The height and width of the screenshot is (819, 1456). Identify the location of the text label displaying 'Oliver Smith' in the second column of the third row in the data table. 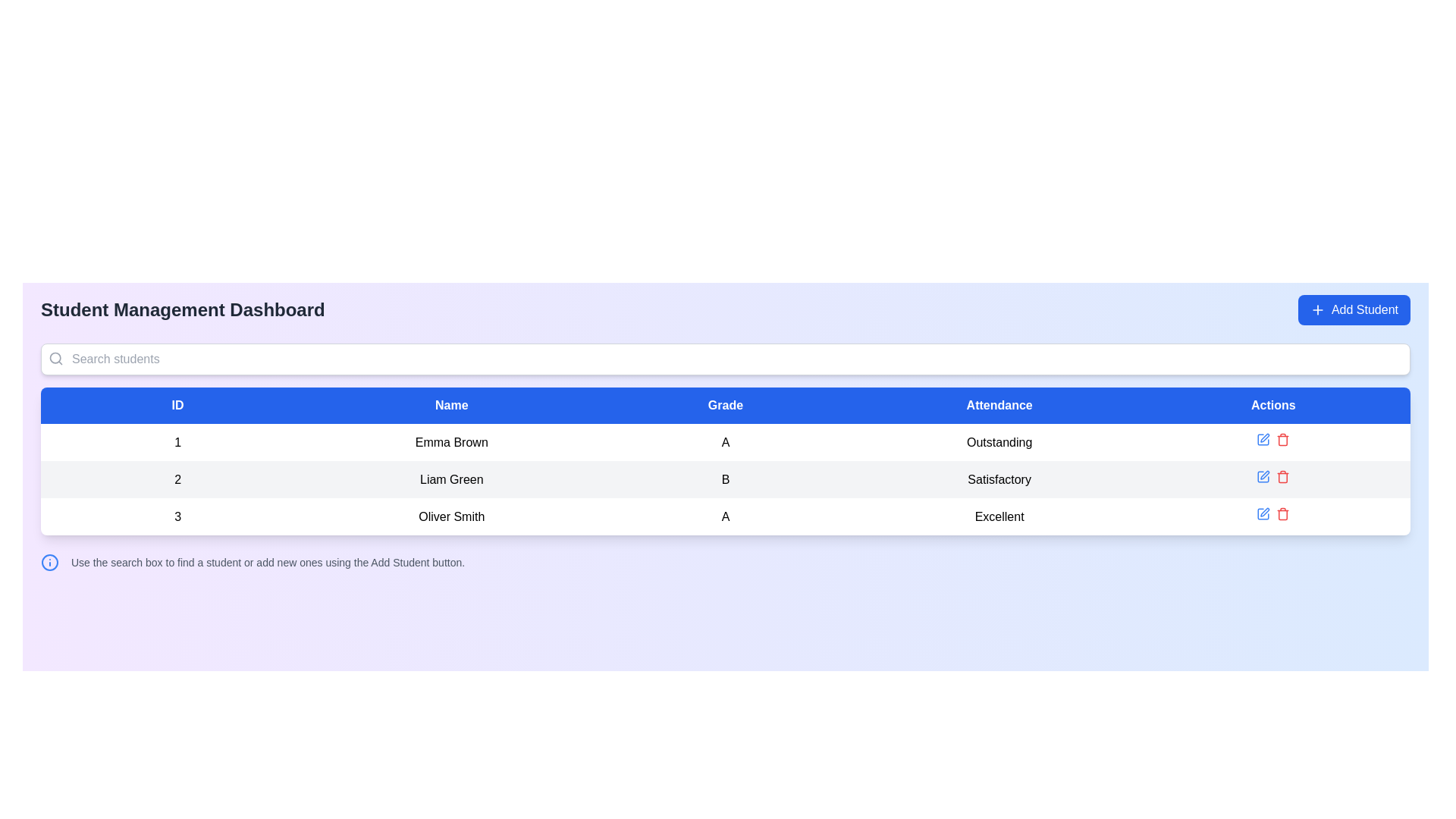
(450, 516).